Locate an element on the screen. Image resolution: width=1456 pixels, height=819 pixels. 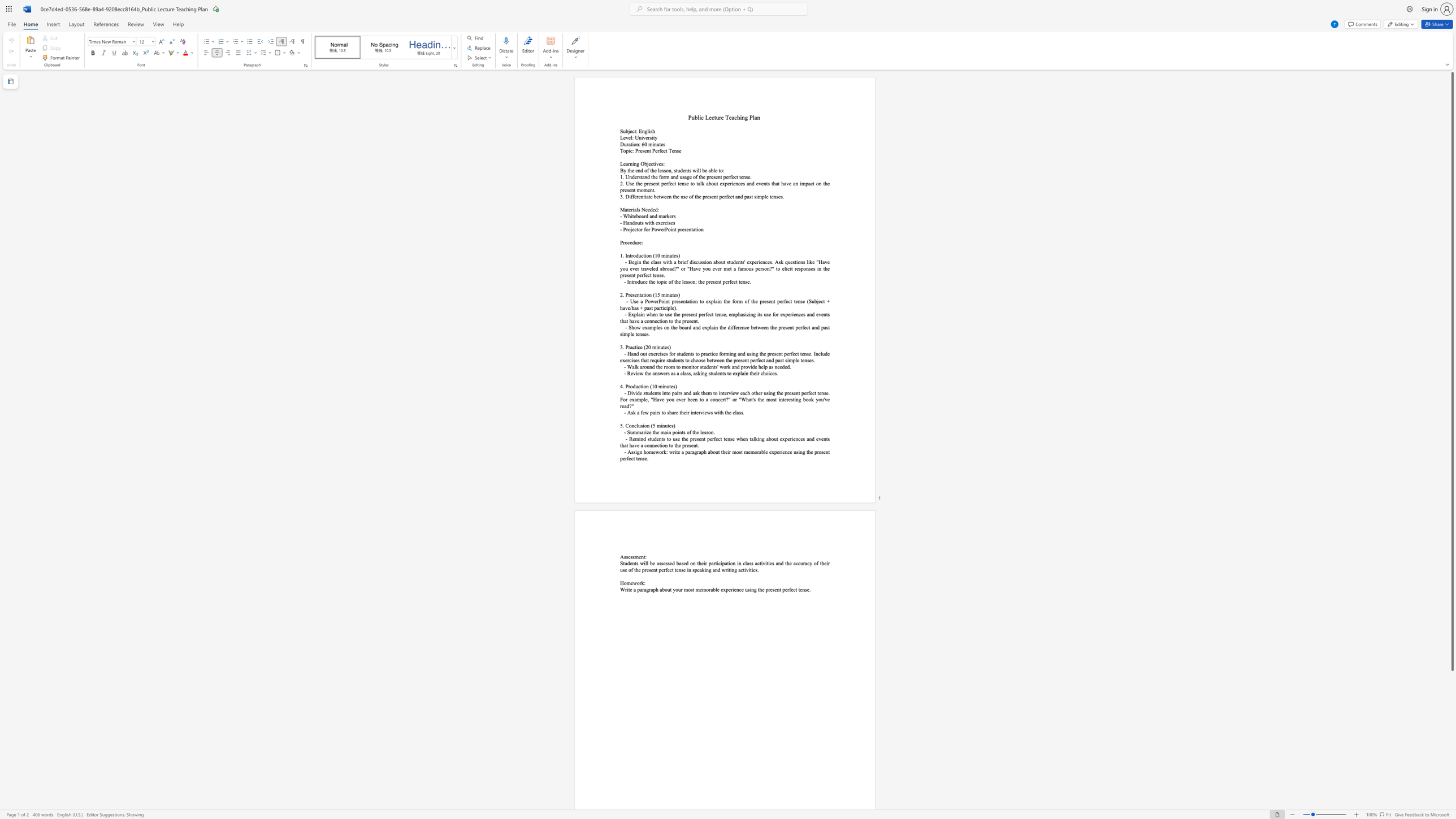
the subset text "an" within the text "Public Lecture Teaching Plan" is located at coordinates (754, 117).